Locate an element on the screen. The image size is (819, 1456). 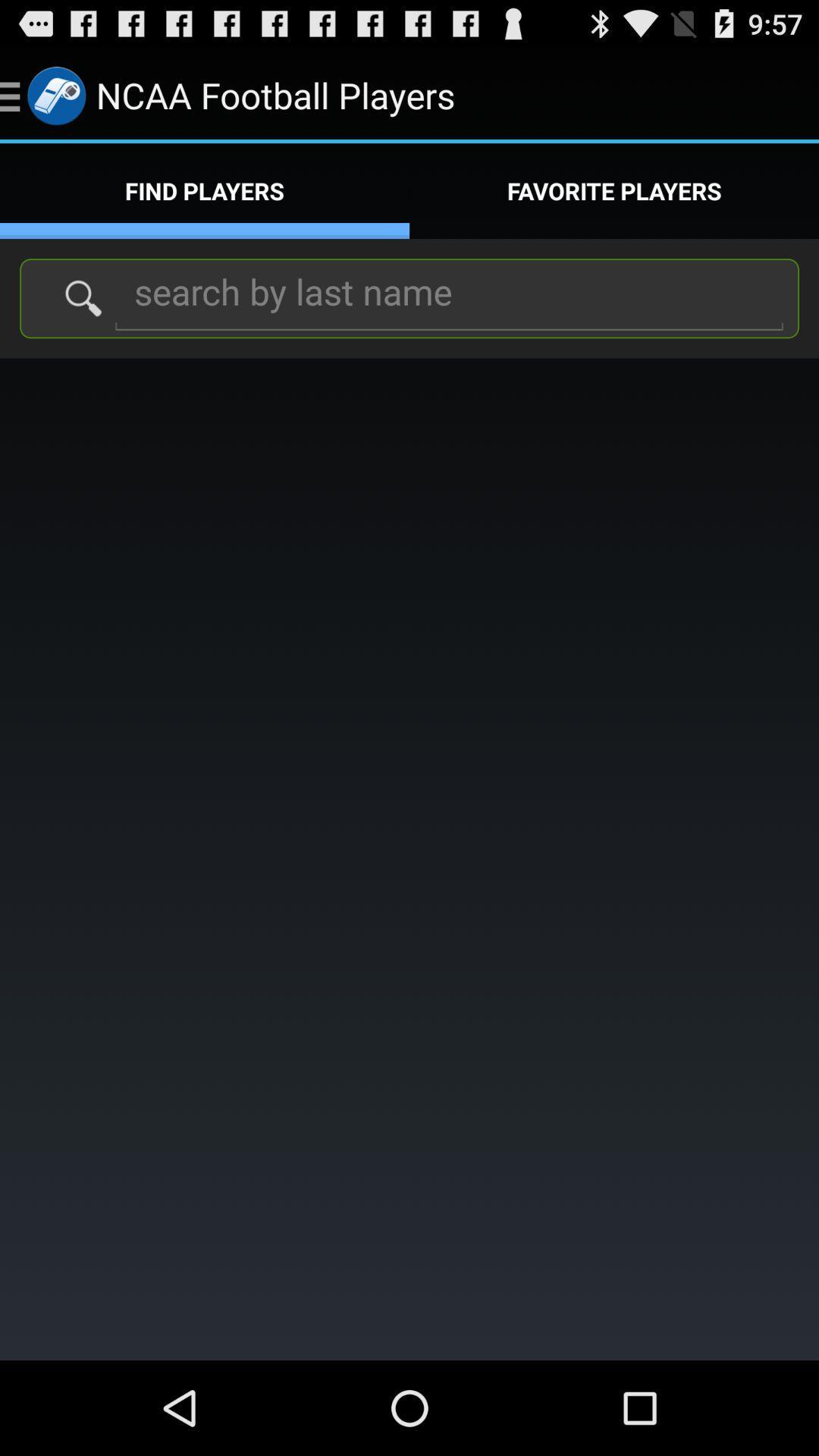
item at the center is located at coordinates (409, 859).